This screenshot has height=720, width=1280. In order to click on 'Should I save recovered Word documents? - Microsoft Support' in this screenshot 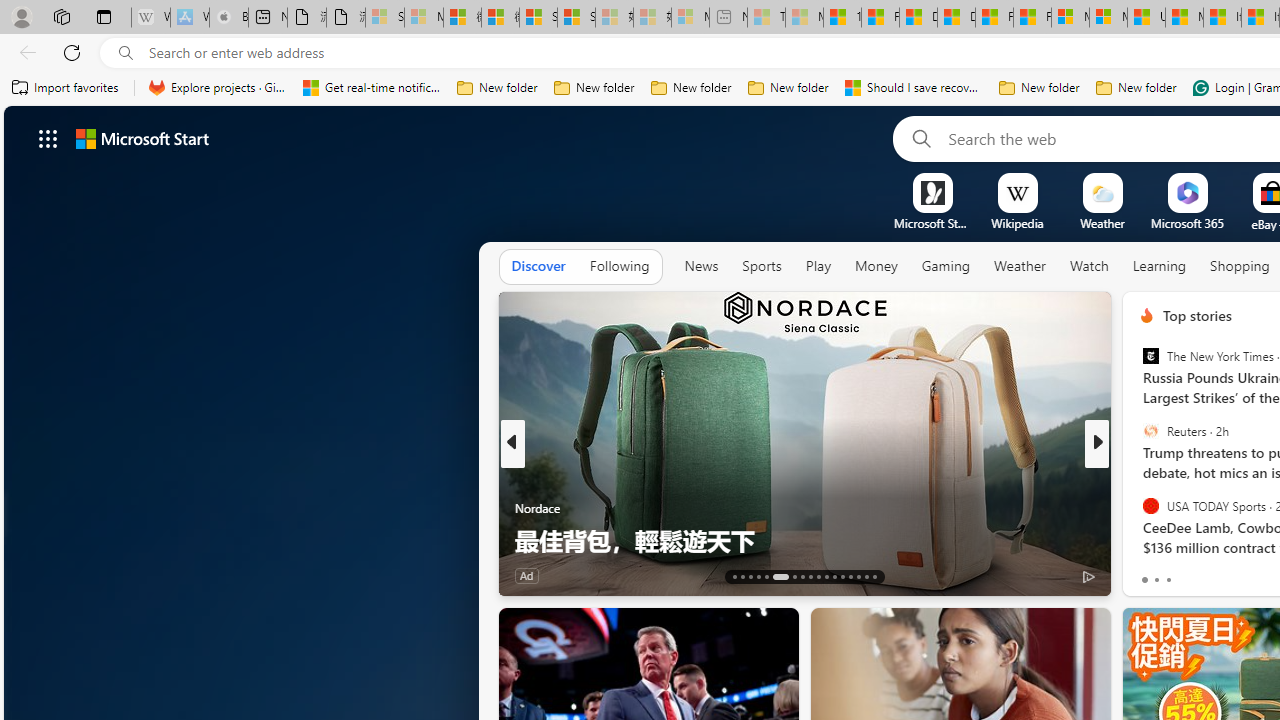, I will do `click(912, 87)`.